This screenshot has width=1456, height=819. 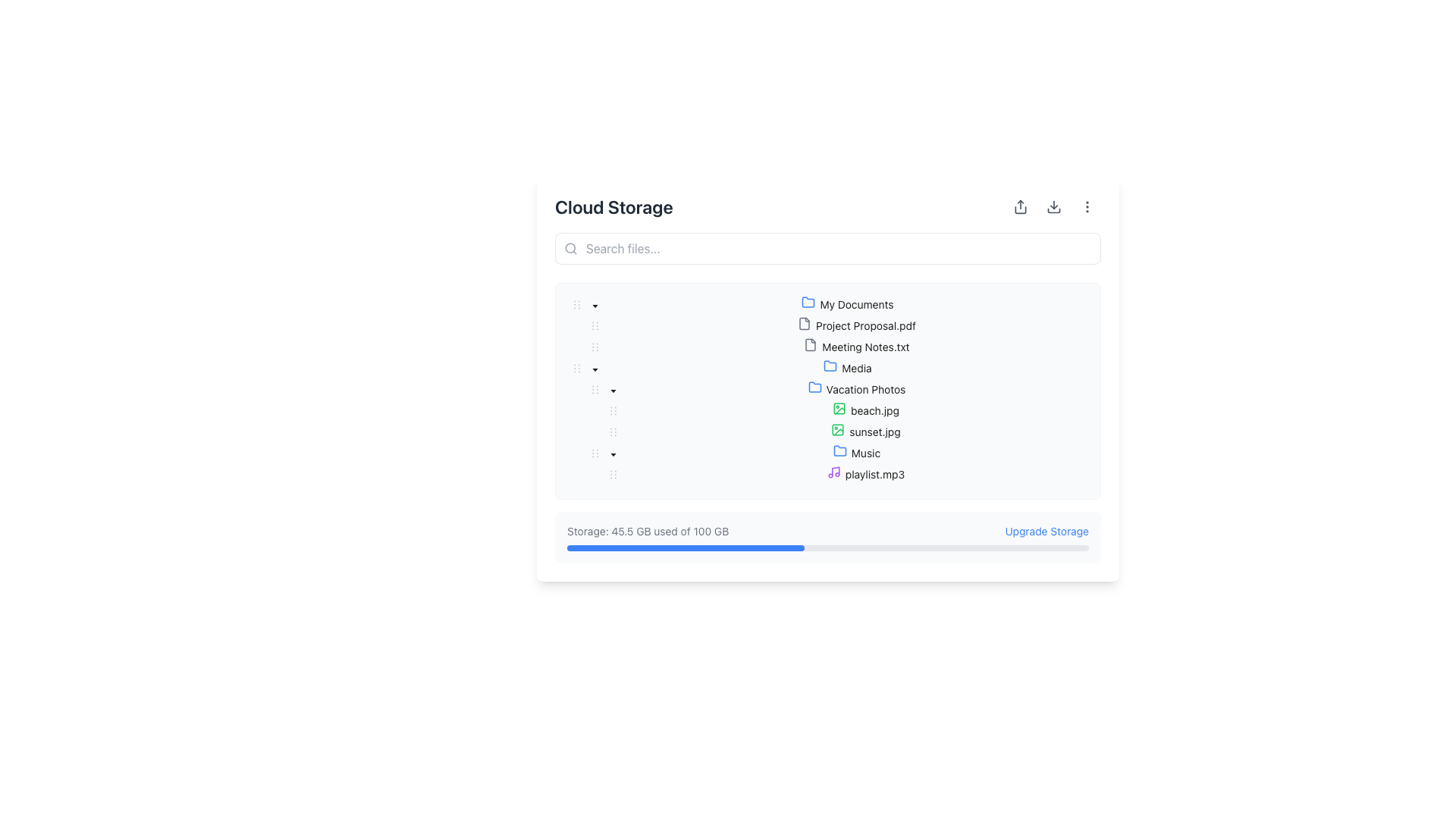 What do you see at coordinates (827, 432) in the screenshot?
I see `to select the file 'sunset.jpg' in the tree view under the 'Vacation Photos' folder` at bounding box center [827, 432].